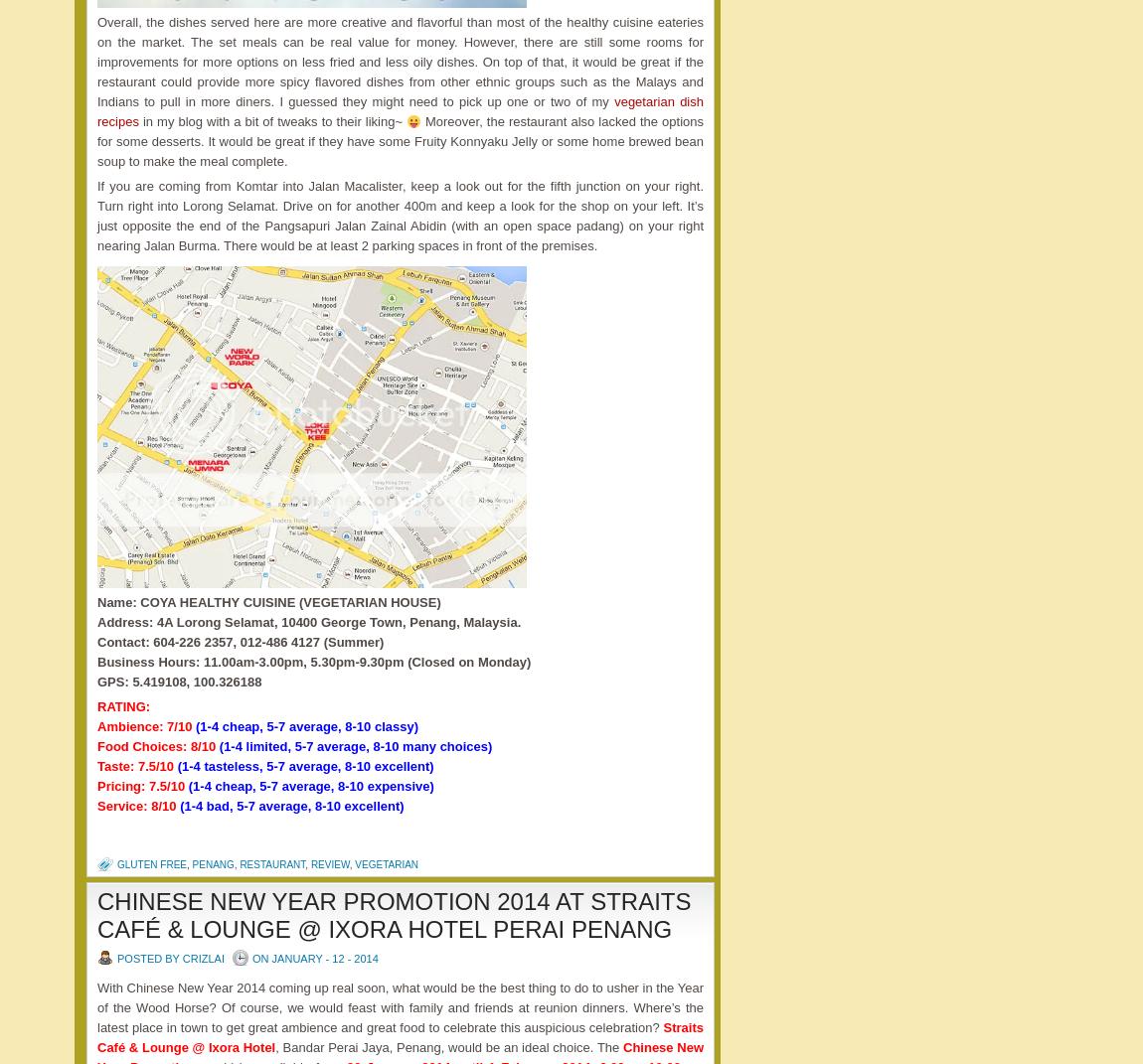  I want to click on 'Ambience: 7/10', so click(145, 726).